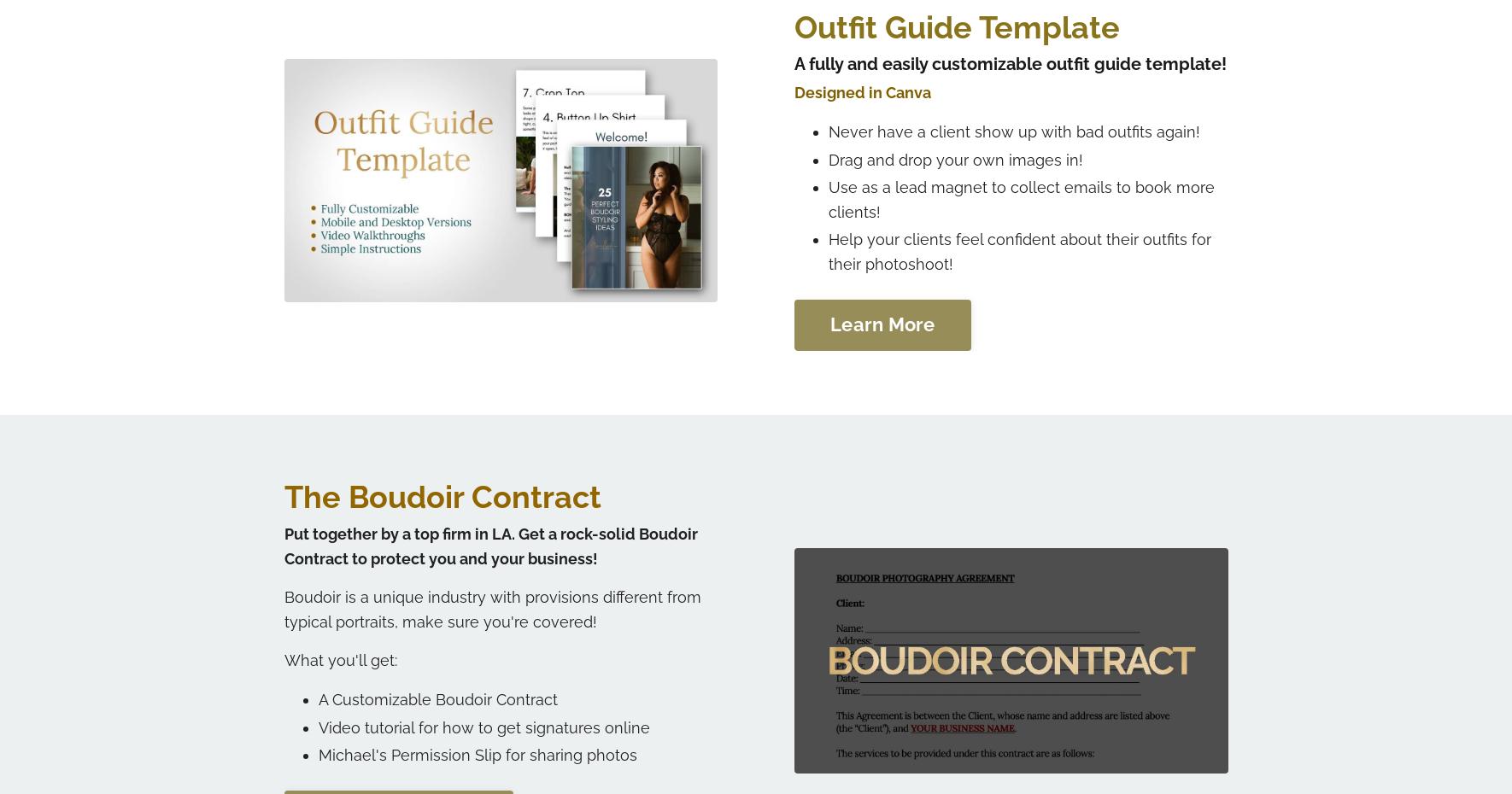  I want to click on 'What you'll get:', so click(339, 659).